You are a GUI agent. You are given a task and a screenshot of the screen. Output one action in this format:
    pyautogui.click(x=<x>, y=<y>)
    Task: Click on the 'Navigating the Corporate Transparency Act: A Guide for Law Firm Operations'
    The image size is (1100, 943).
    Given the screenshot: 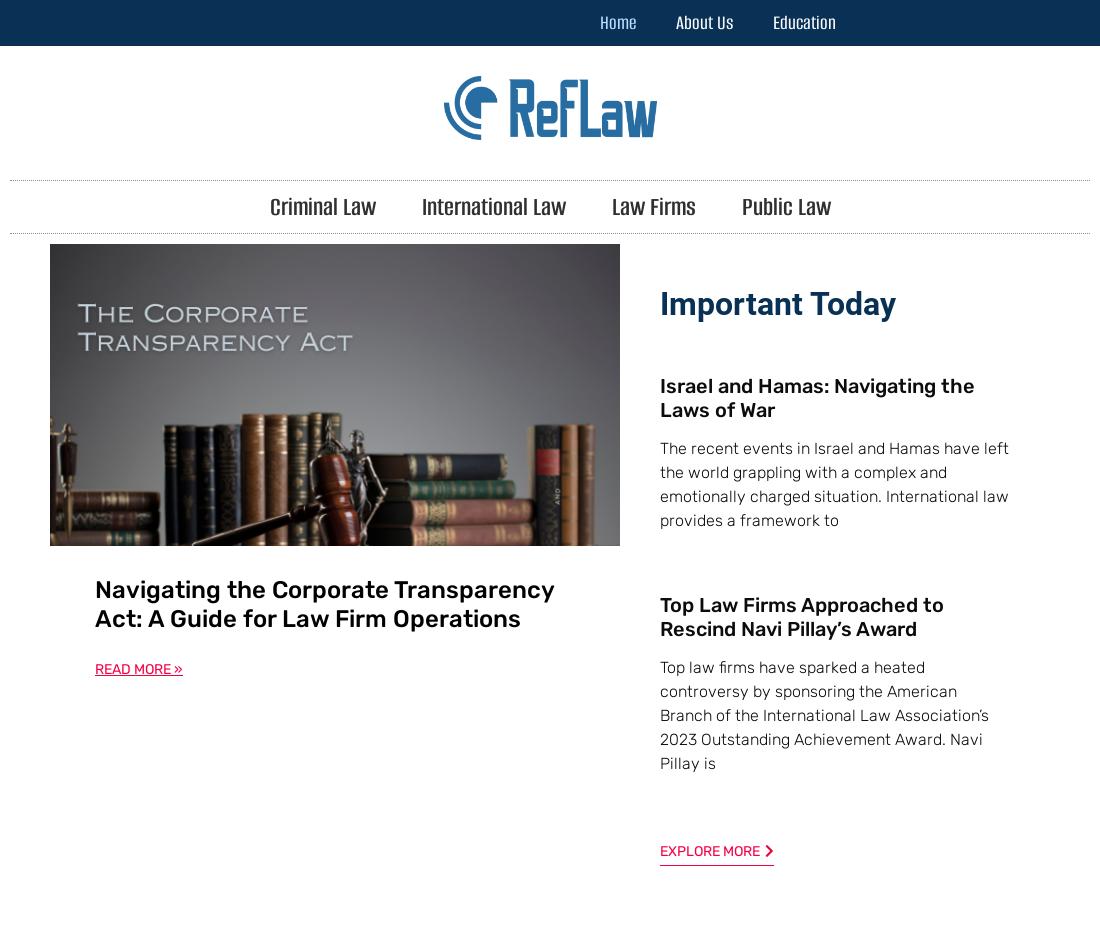 What is the action you would take?
    pyautogui.click(x=323, y=602)
    